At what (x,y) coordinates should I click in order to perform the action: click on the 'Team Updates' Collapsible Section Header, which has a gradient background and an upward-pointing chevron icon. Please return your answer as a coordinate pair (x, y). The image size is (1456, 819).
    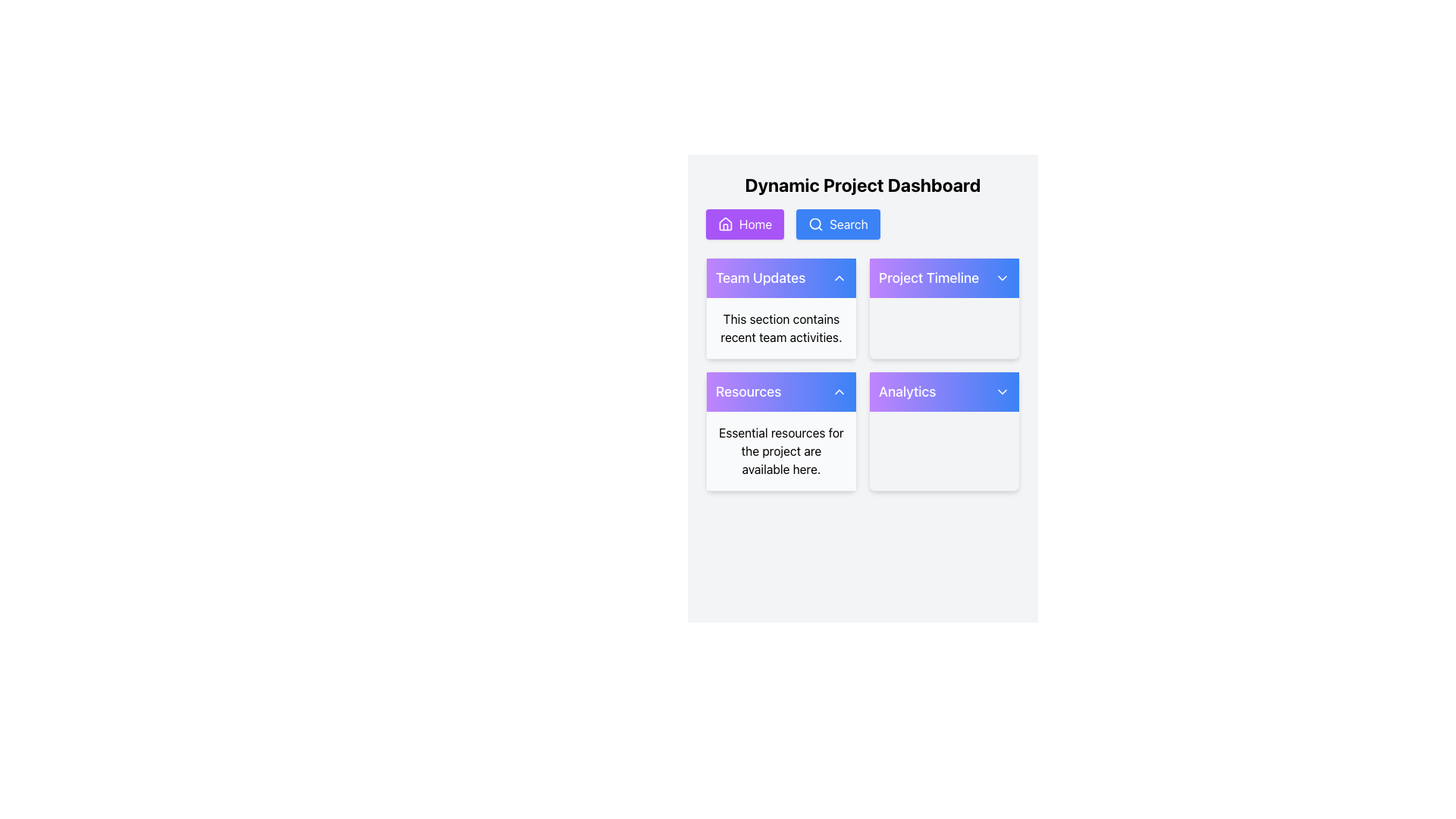
    Looking at the image, I should click on (781, 278).